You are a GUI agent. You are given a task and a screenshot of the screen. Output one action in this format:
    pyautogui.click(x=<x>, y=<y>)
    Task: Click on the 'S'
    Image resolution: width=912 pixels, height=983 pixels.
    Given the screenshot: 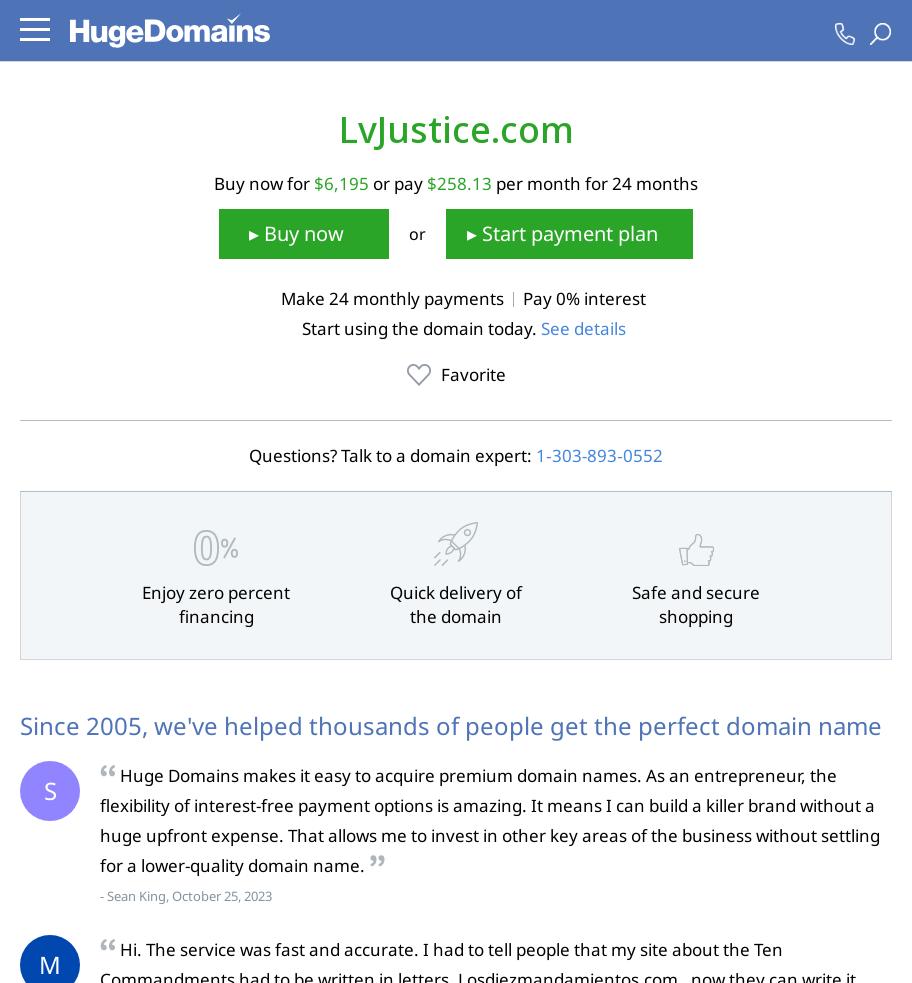 What is the action you would take?
    pyautogui.click(x=48, y=789)
    